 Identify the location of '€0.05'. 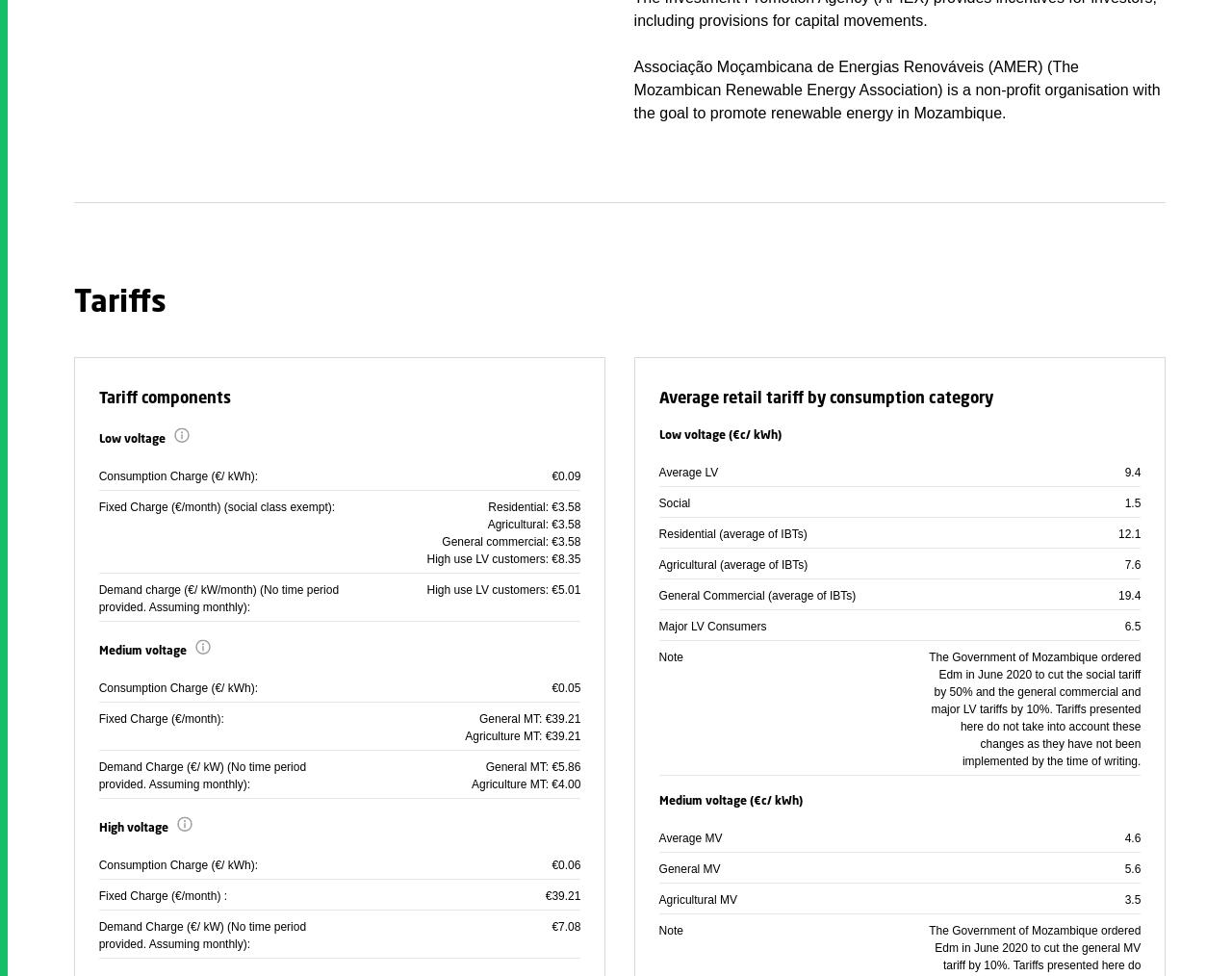
(565, 686).